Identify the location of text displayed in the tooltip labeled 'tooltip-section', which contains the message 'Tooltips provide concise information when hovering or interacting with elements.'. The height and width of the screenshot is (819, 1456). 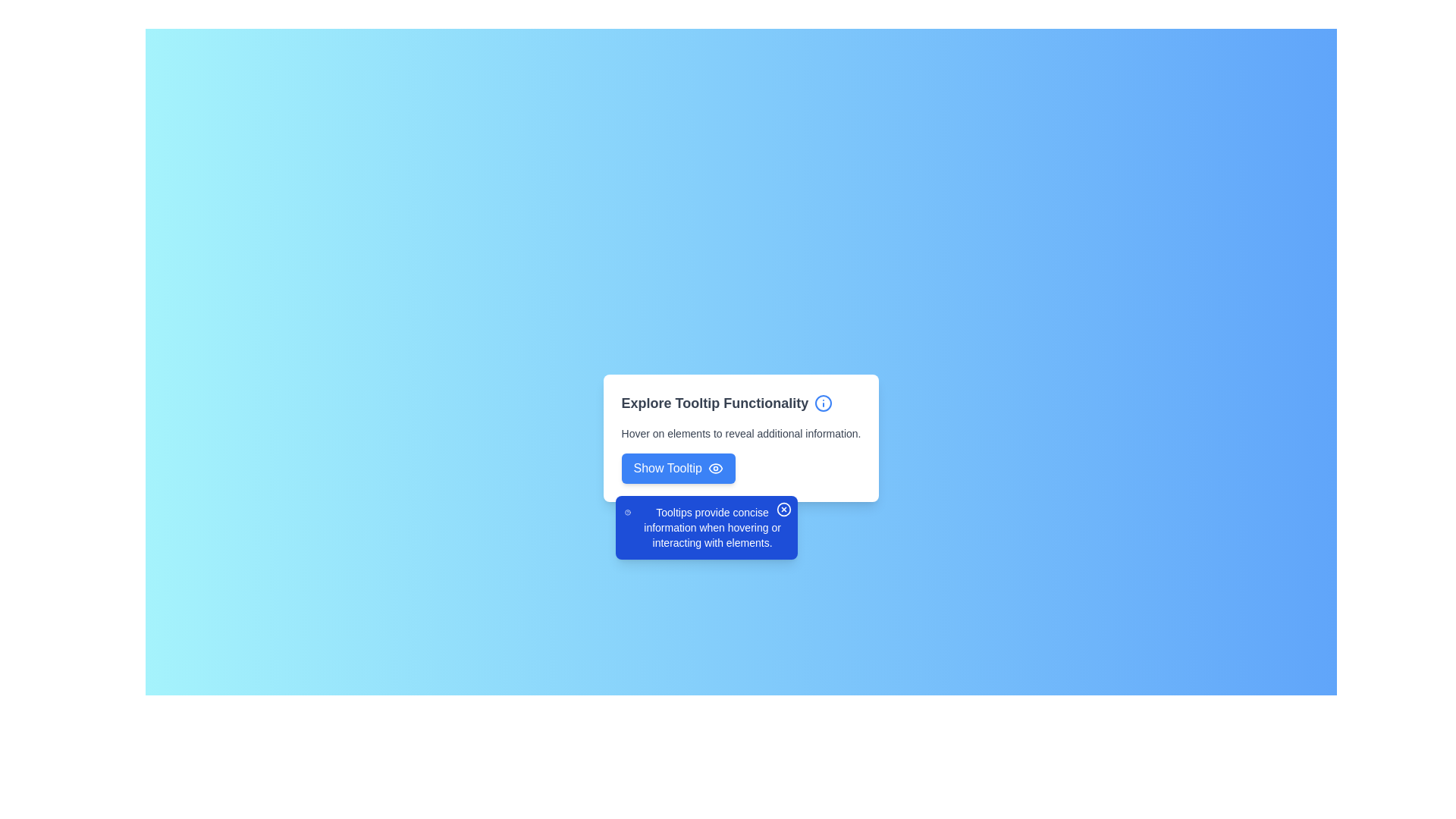
(705, 526).